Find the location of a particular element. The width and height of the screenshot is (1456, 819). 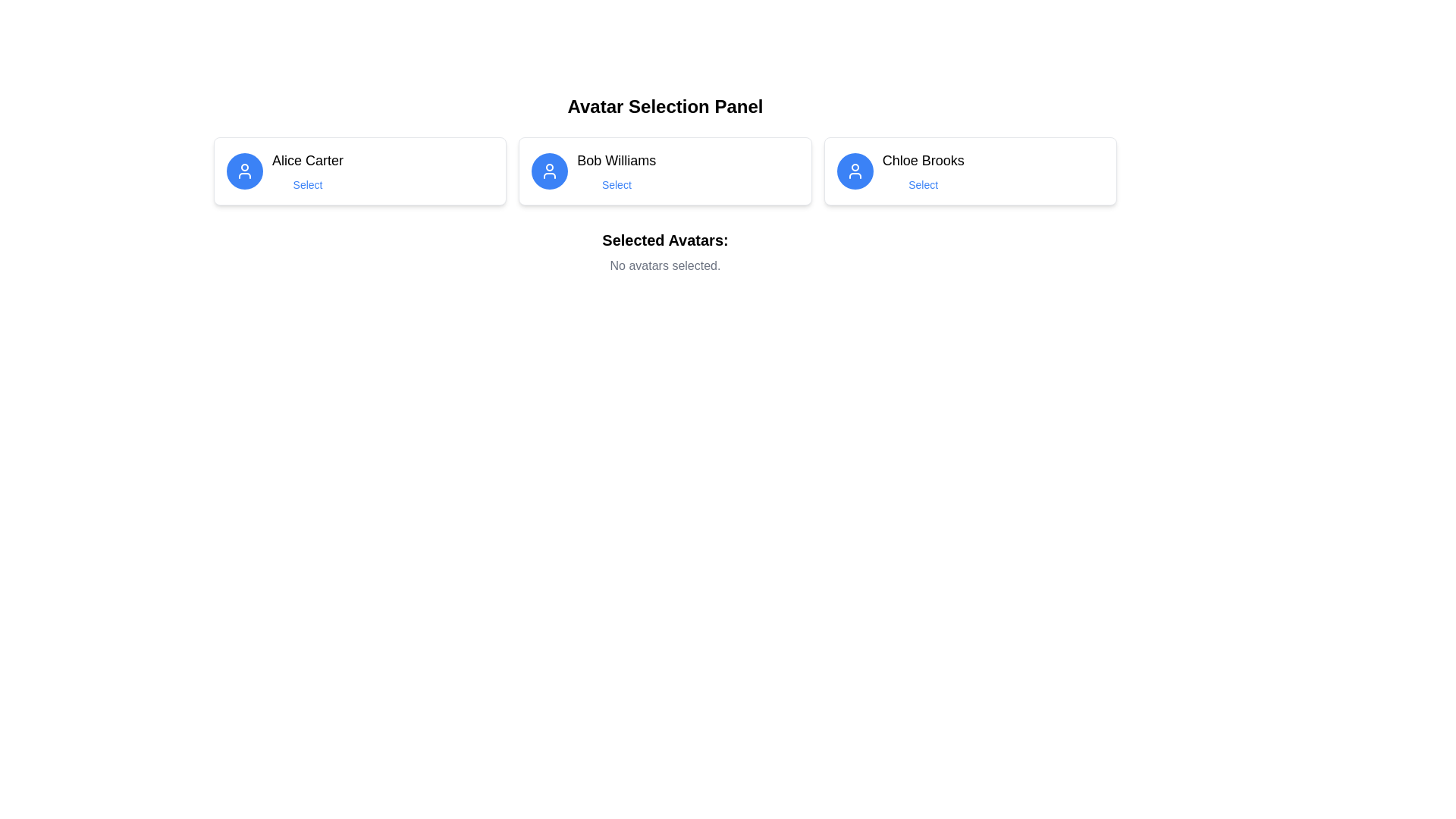

the button to select the user 'Chloe Brooks', which is located at the bottom of the user selection card is located at coordinates (922, 184).